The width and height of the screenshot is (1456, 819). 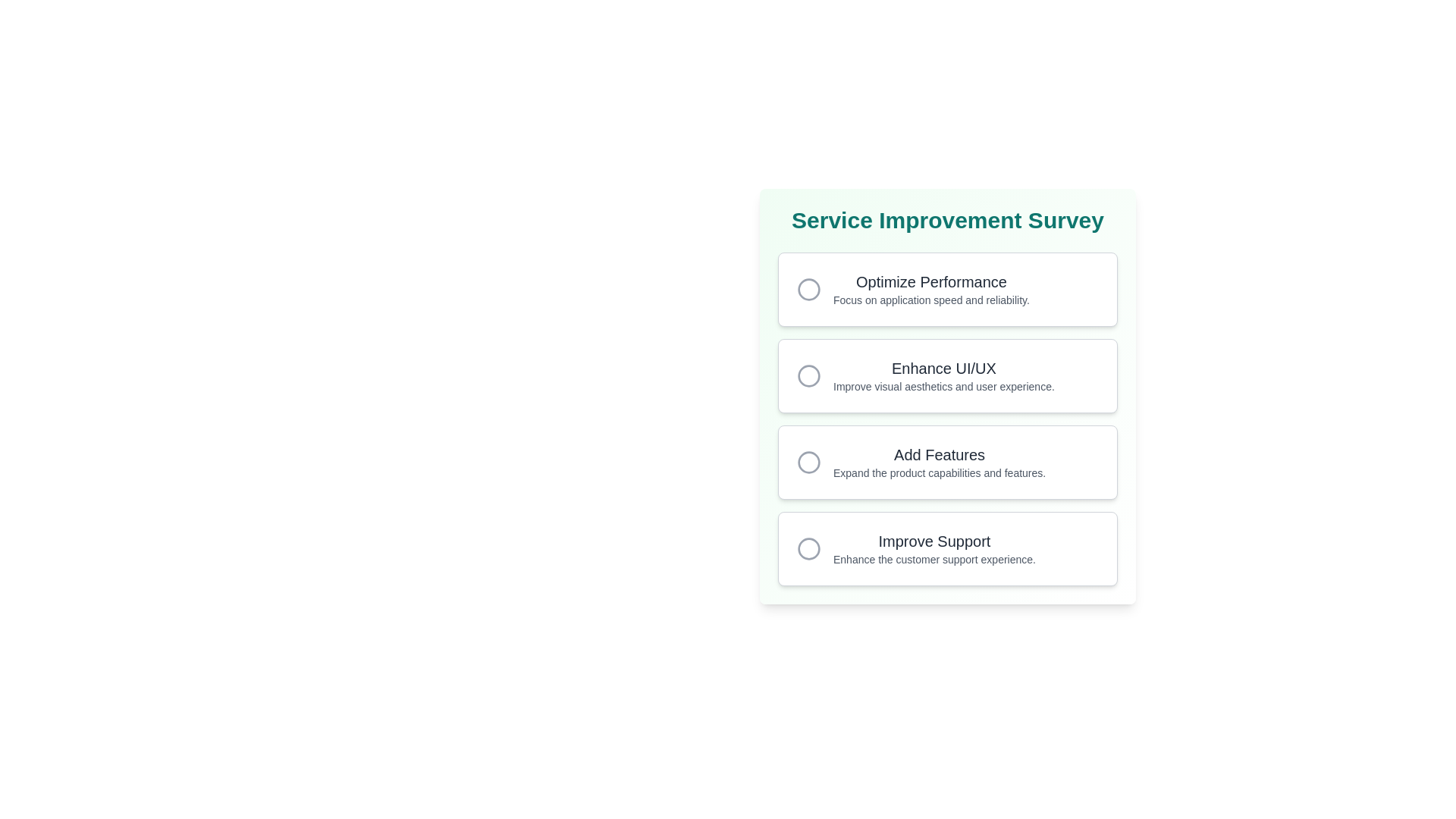 I want to click on the circular selection marker adjacent to the text labeled 'Optimize Performance', so click(x=808, y=289).